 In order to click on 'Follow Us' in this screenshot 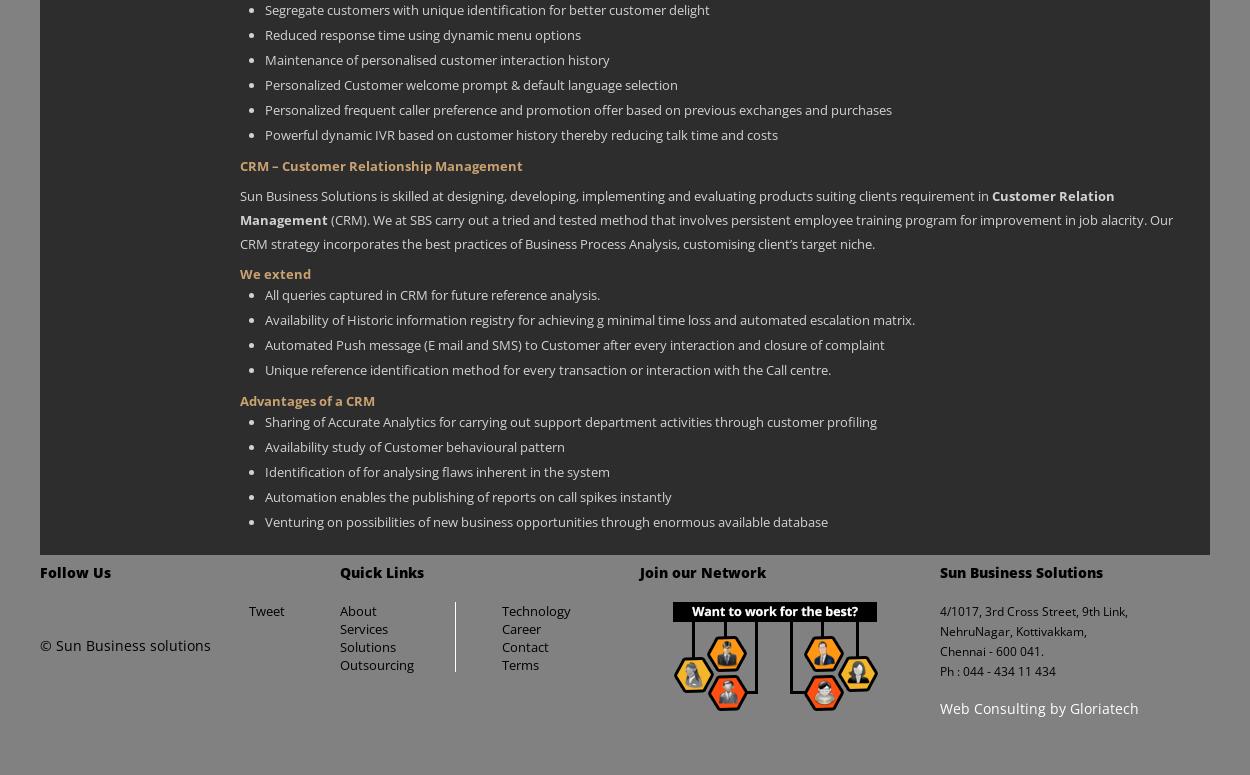, I will do `click(40, 570)`.